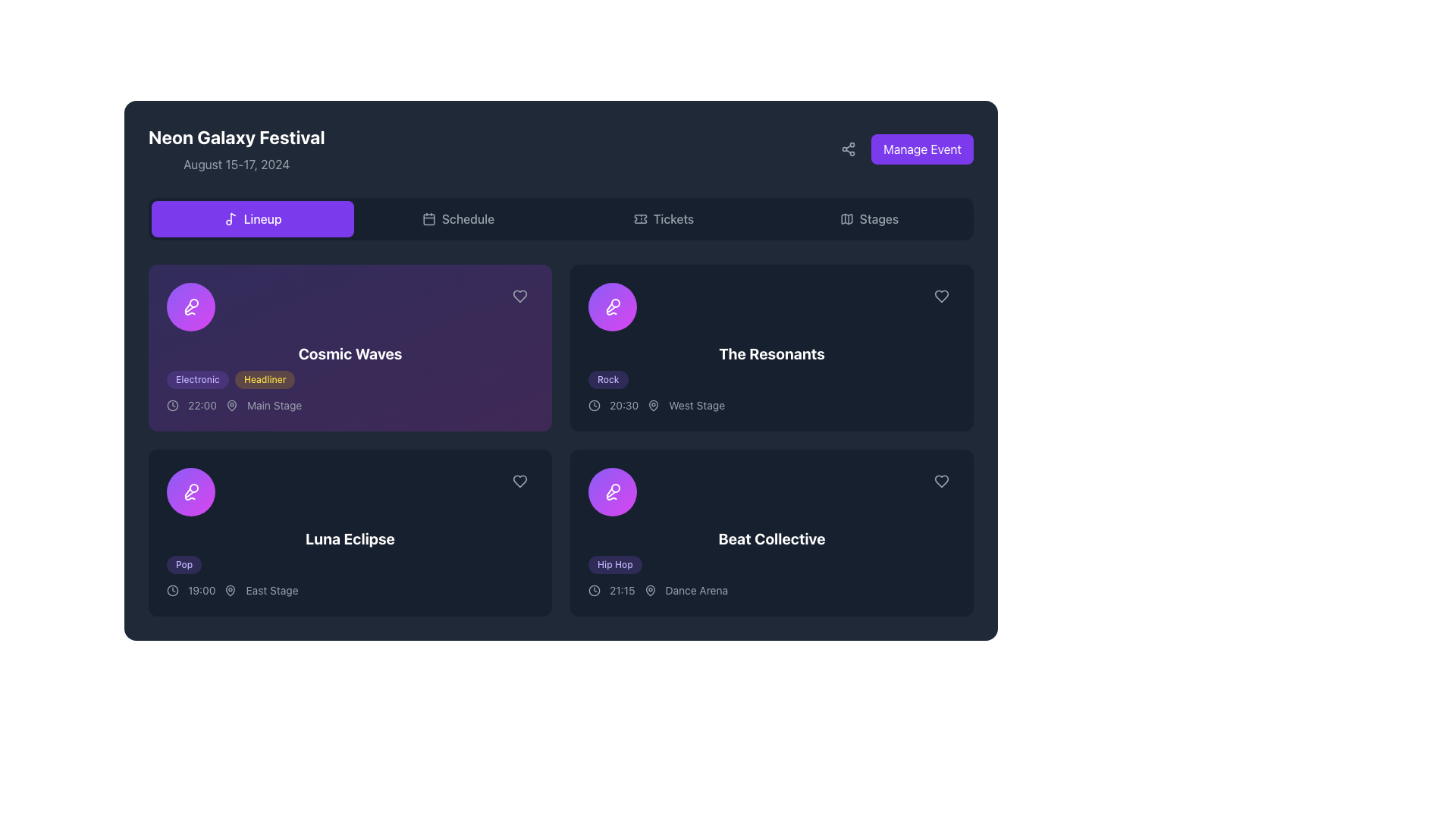  What do you see at coordinates (520, 482) in the screenshot?
I see `the heart-shaped icon button with a gray border located in the bottom-right corner of the 'Luna Eclipse' event card to favorite the event` at bounding box center [520, 482].